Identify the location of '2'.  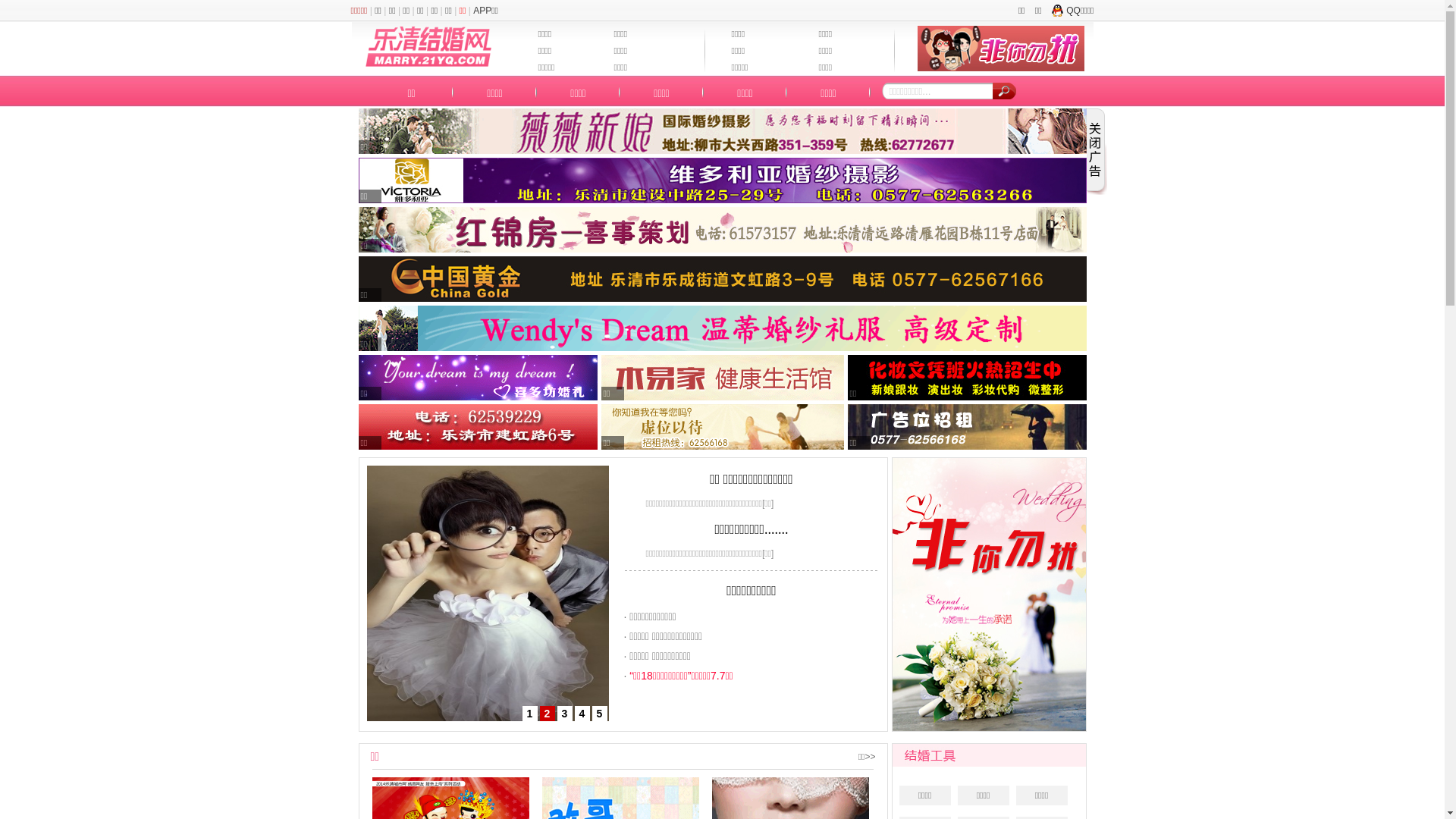
(539, 714).